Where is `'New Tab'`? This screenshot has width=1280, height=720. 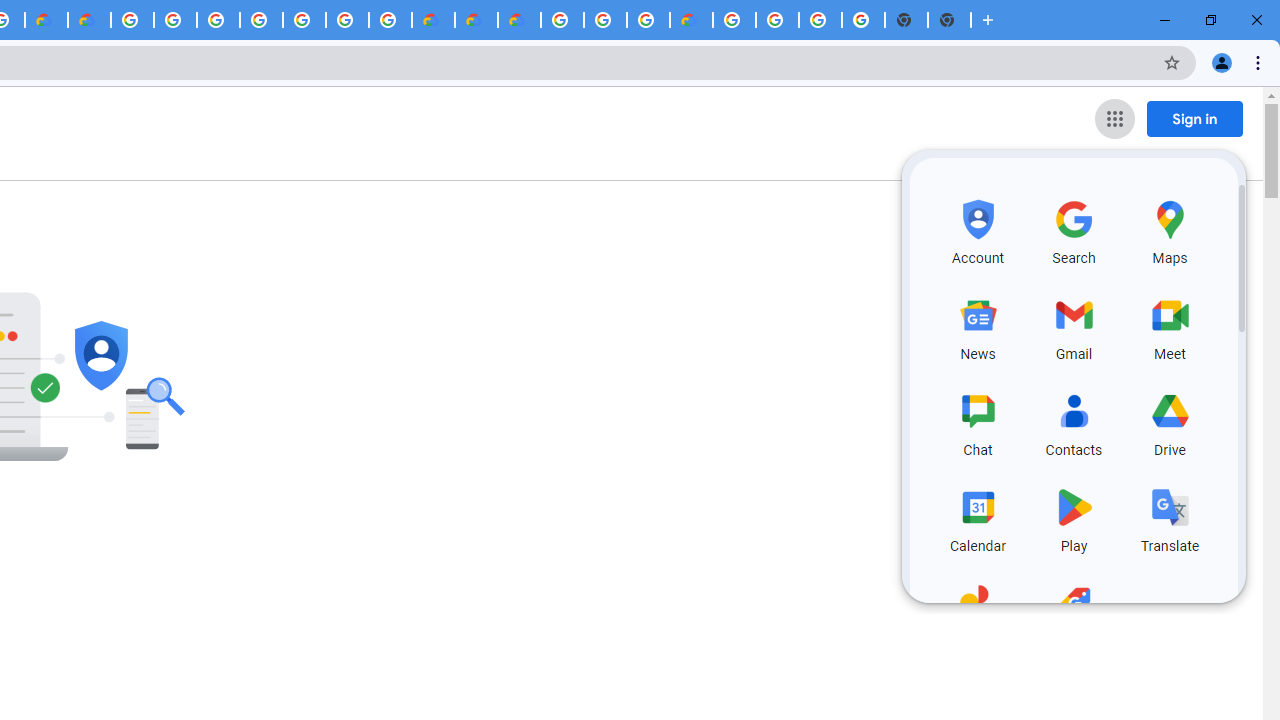 'New Tab' is located at coordinates (988, 20).